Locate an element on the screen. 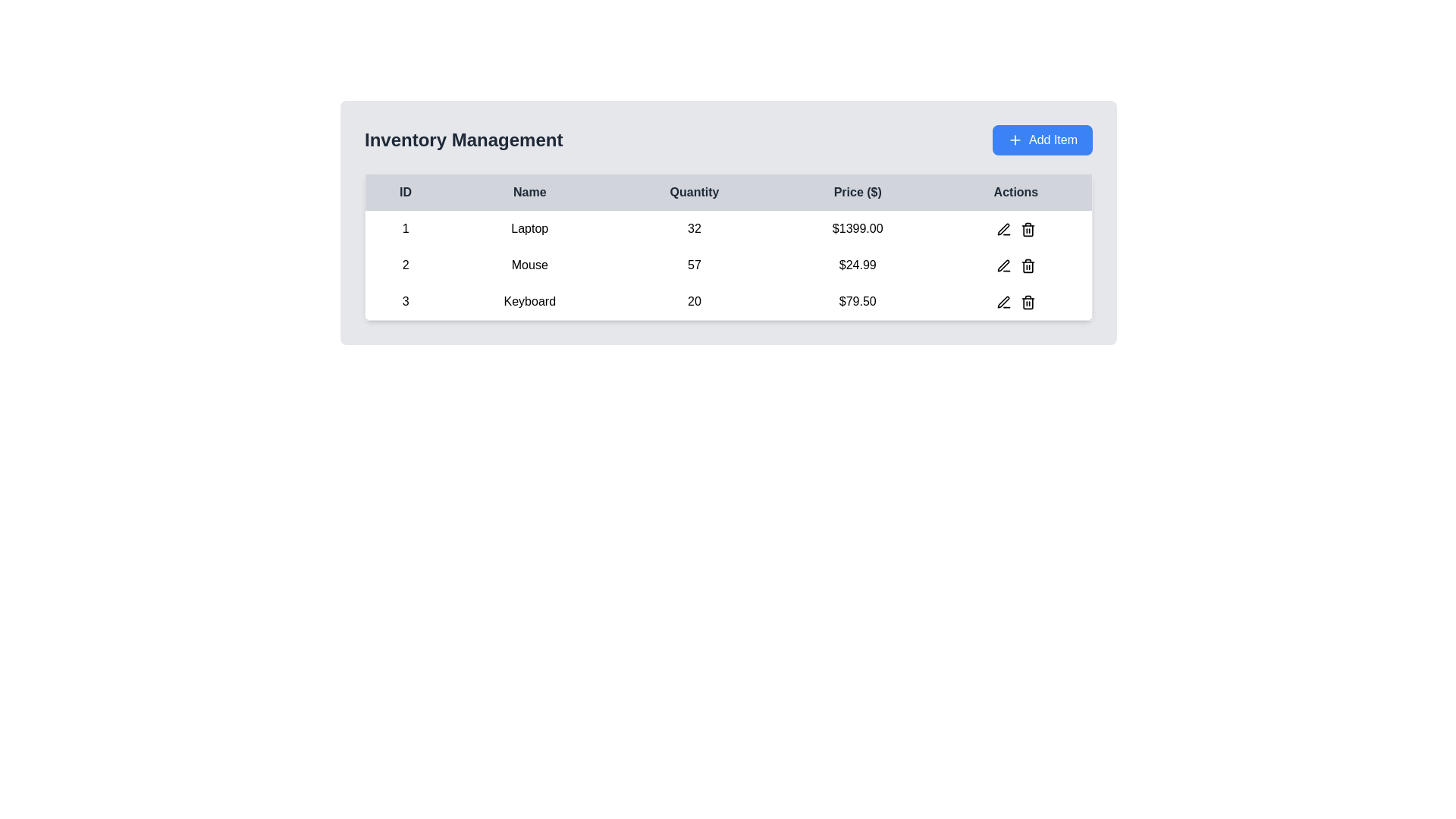 This screenshot has height=819, width=1456. the delete icon button for the item 'Mouse' located in the 'Actions' column of the second row of the table to provide potential visual feedback is located at coordinates (1028, 265).